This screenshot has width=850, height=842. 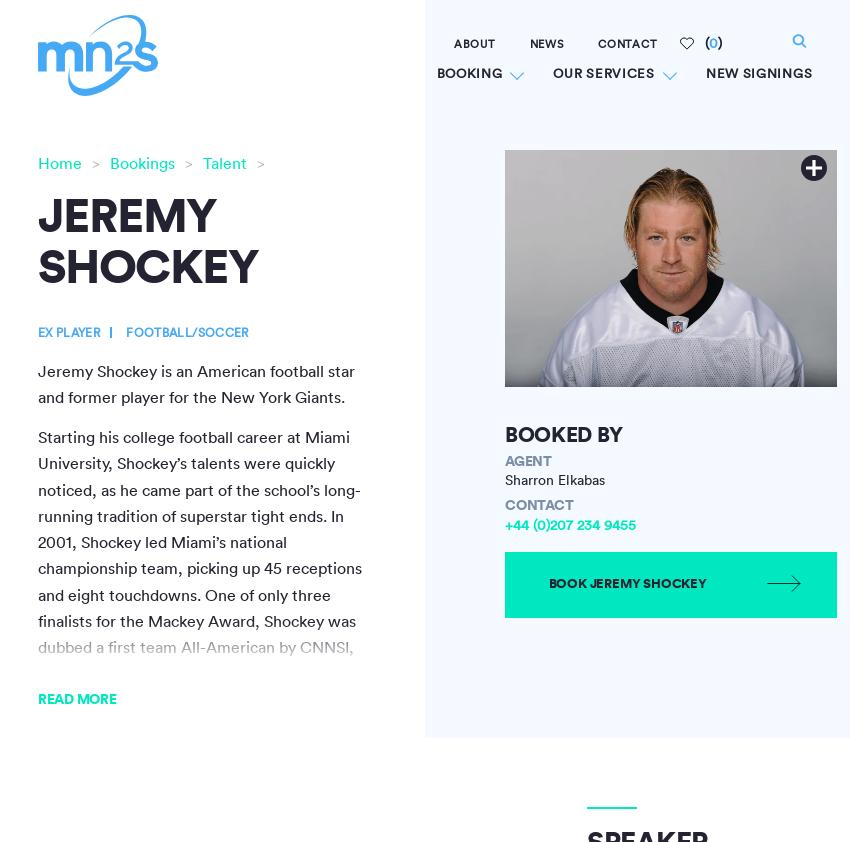 I want to click on 'Football/Soccer', so click(x=186, y=331).